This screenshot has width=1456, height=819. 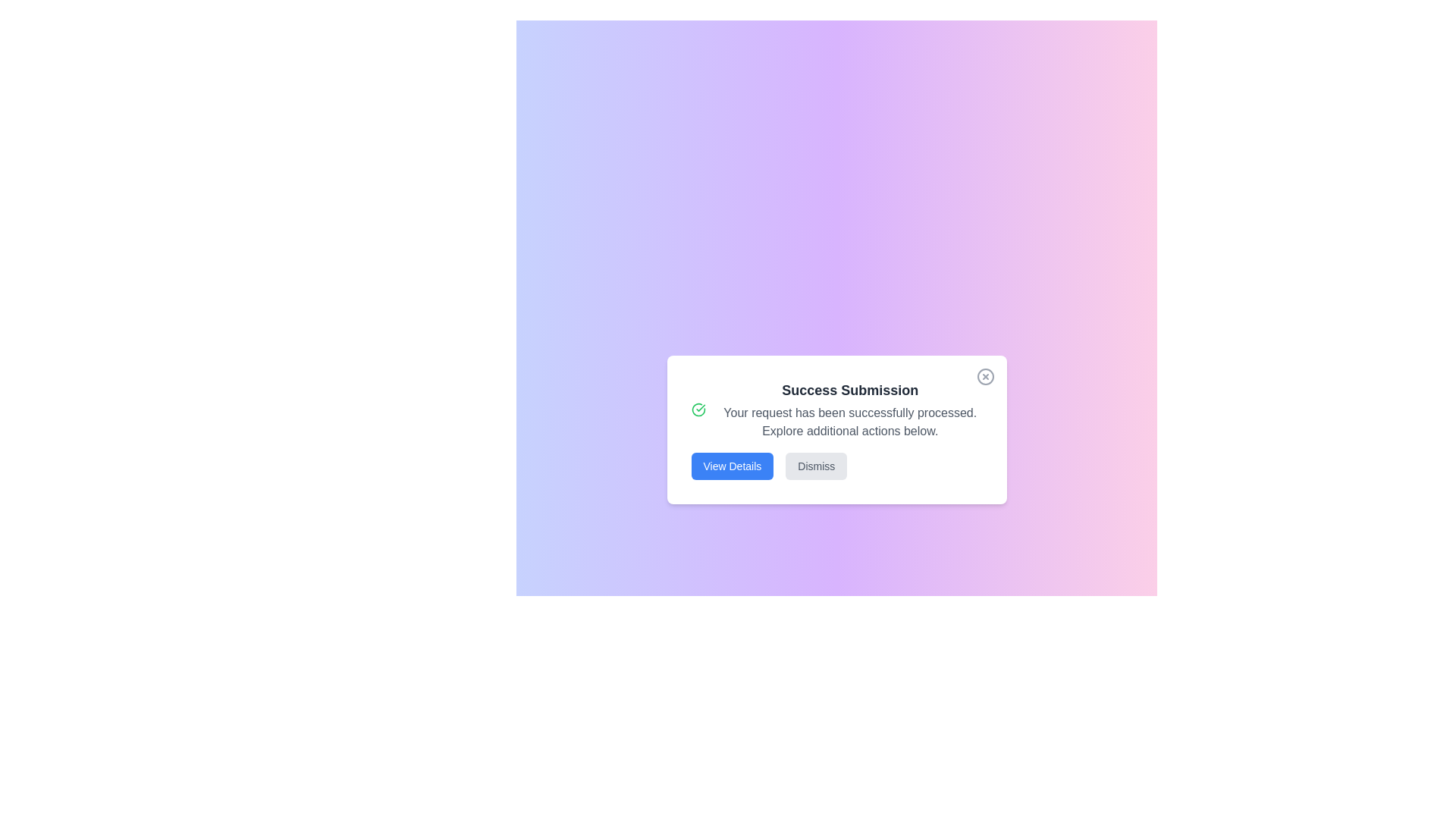 I want to click on the blue 'View Details' button with white text, so click(x=732, y=465).